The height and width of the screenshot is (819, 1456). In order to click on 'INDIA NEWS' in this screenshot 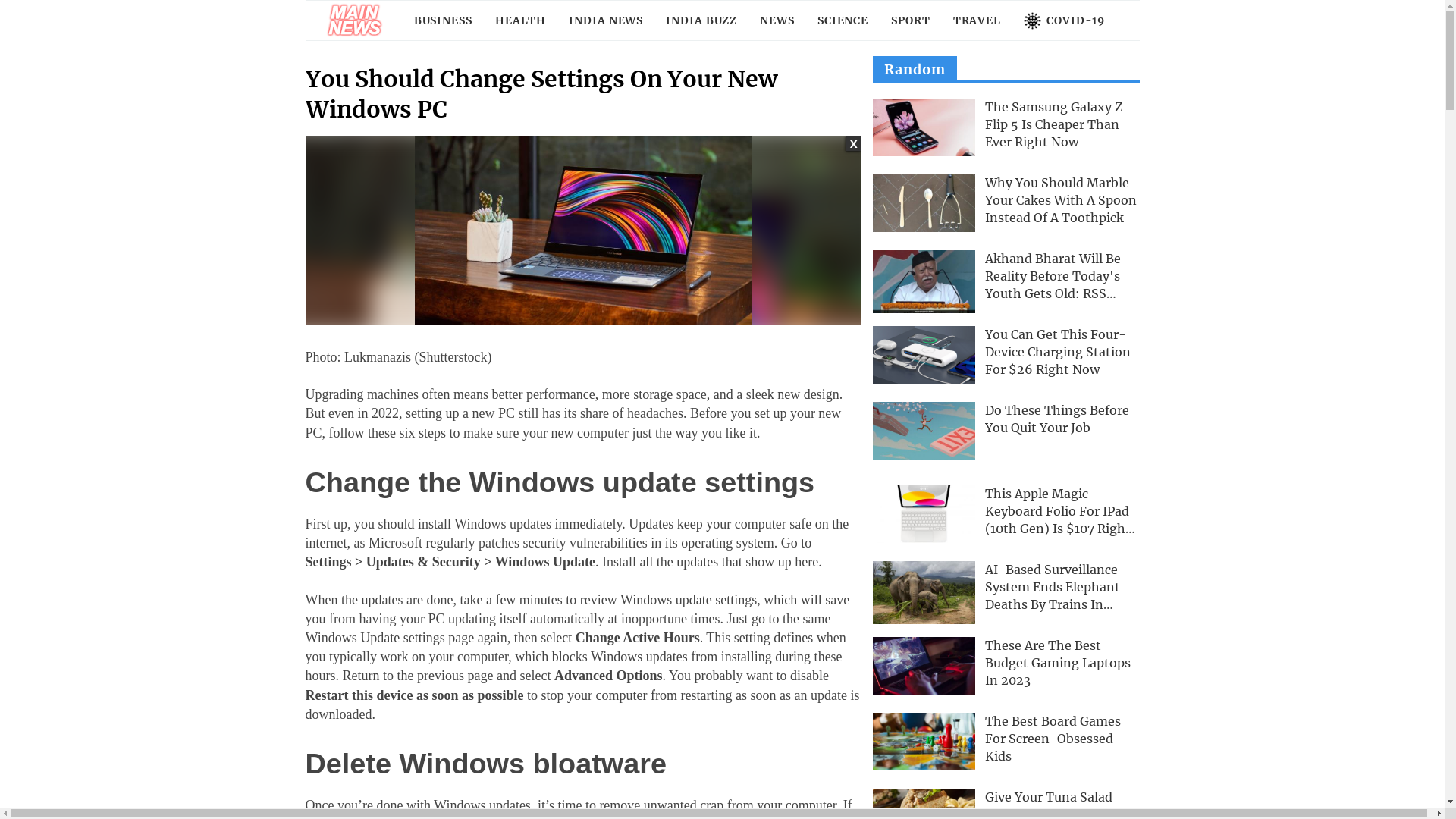, I will do `click(604, 20)`.